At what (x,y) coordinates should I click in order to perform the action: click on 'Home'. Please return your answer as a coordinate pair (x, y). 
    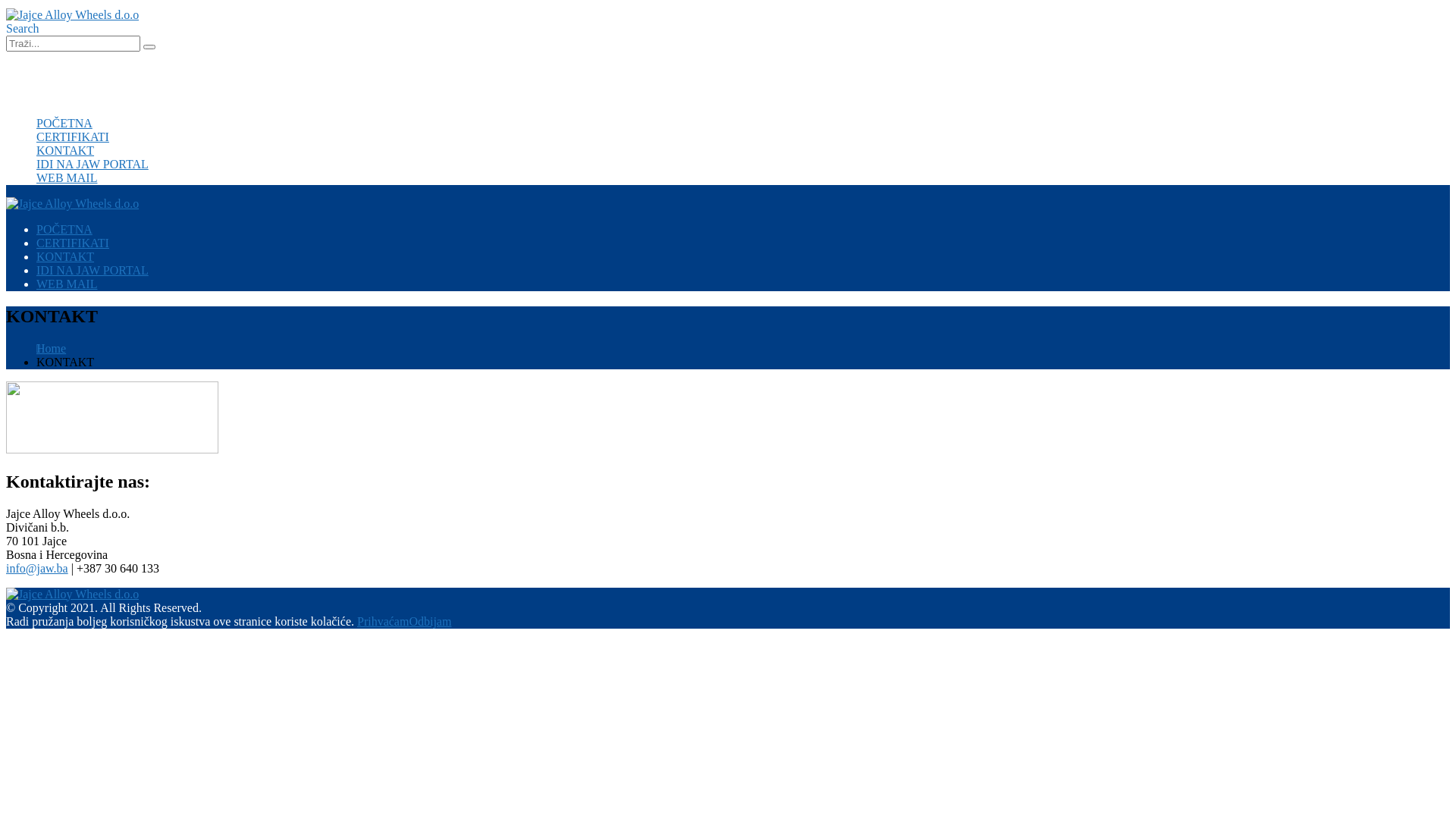
    Looking at the image, I should click on (51, 348).